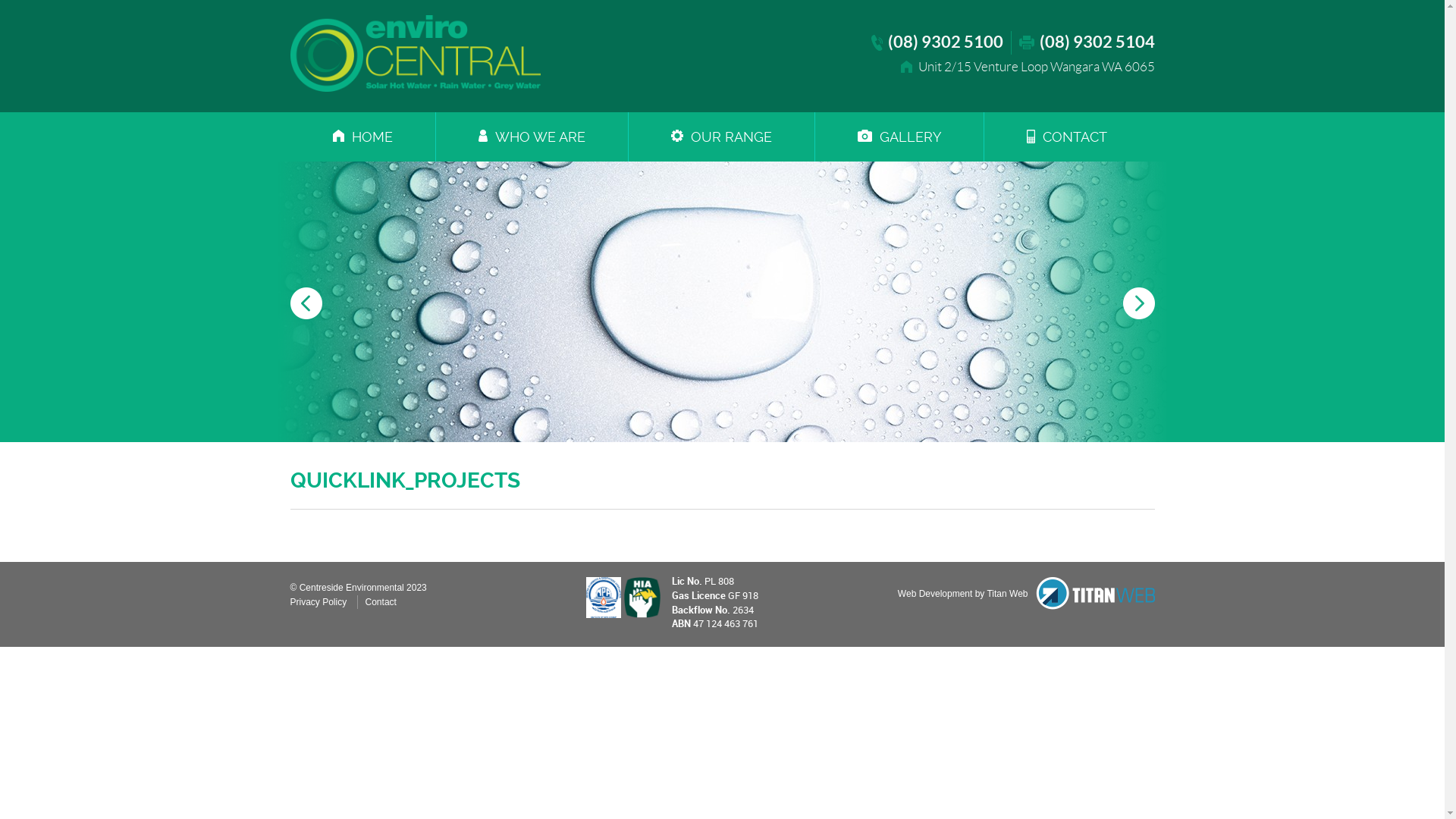 The height and width of the screenshot is (819, 1456). What do you see at coordinates (290, 303) in the screenshot?
I see `'Previous'` at bounding box center [290, 303].